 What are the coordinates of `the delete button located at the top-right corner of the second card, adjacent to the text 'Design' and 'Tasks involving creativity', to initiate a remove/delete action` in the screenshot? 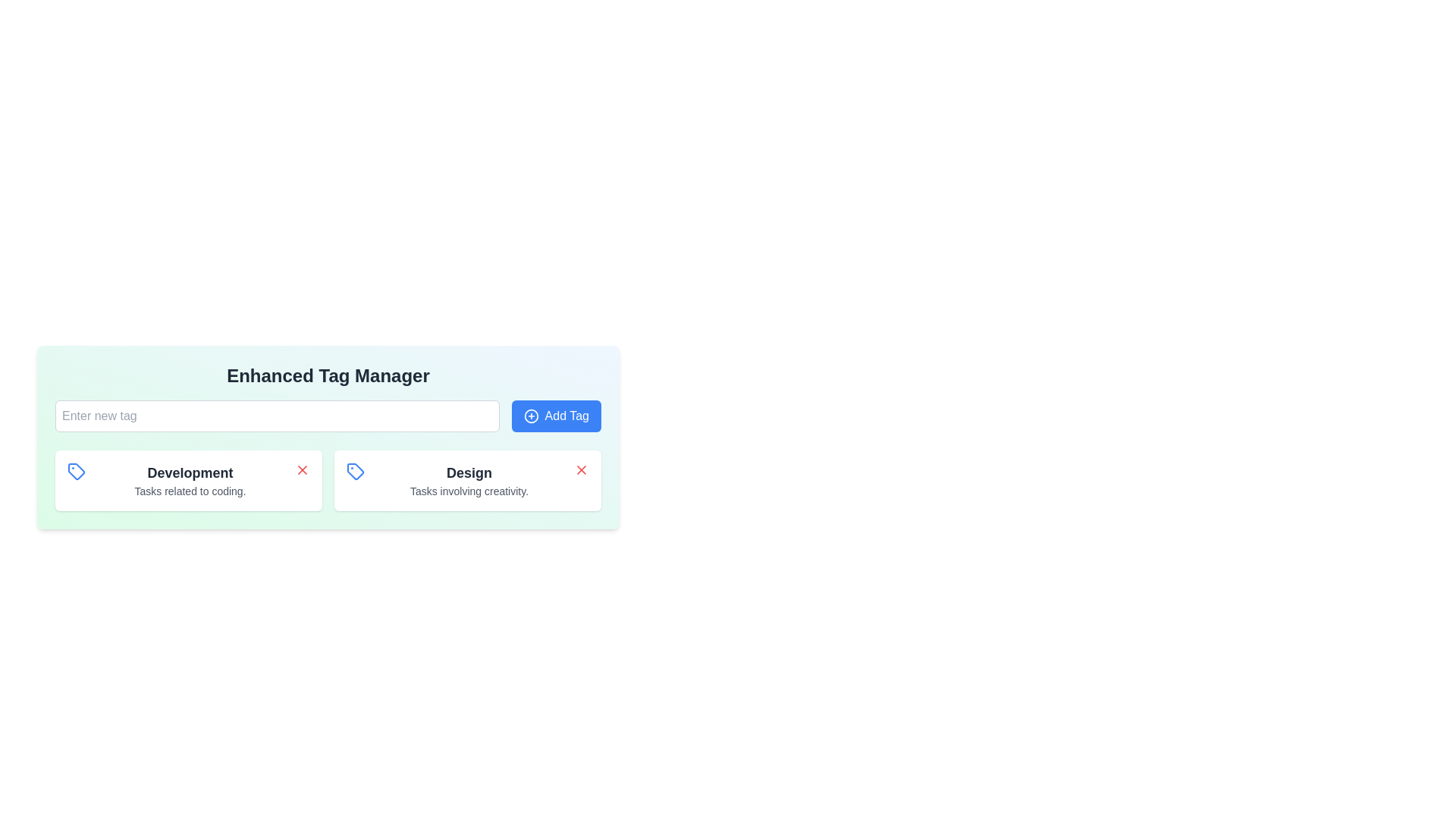 It's located at (581, 469).